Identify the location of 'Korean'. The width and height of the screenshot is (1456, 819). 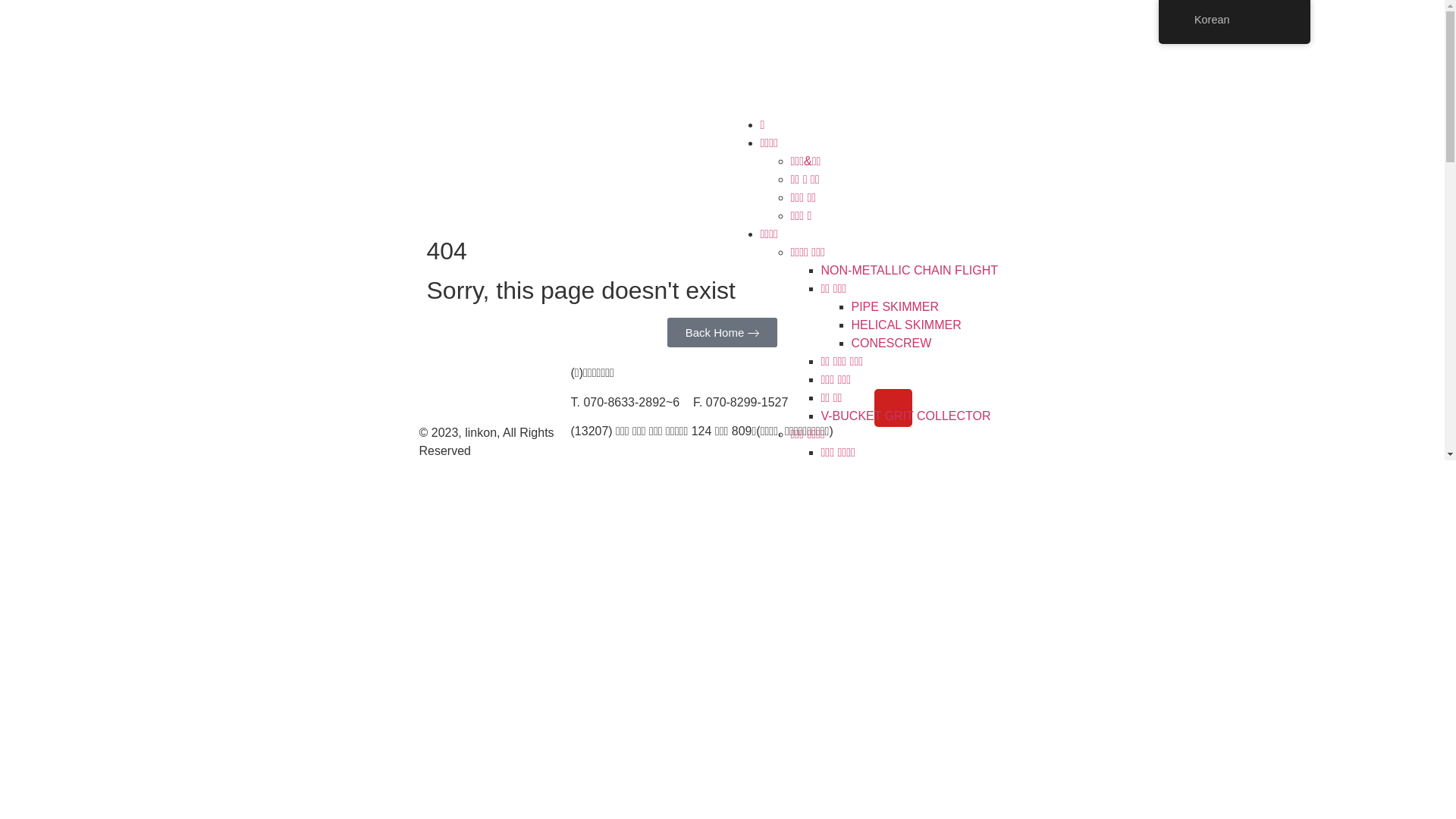
(1234, 22).